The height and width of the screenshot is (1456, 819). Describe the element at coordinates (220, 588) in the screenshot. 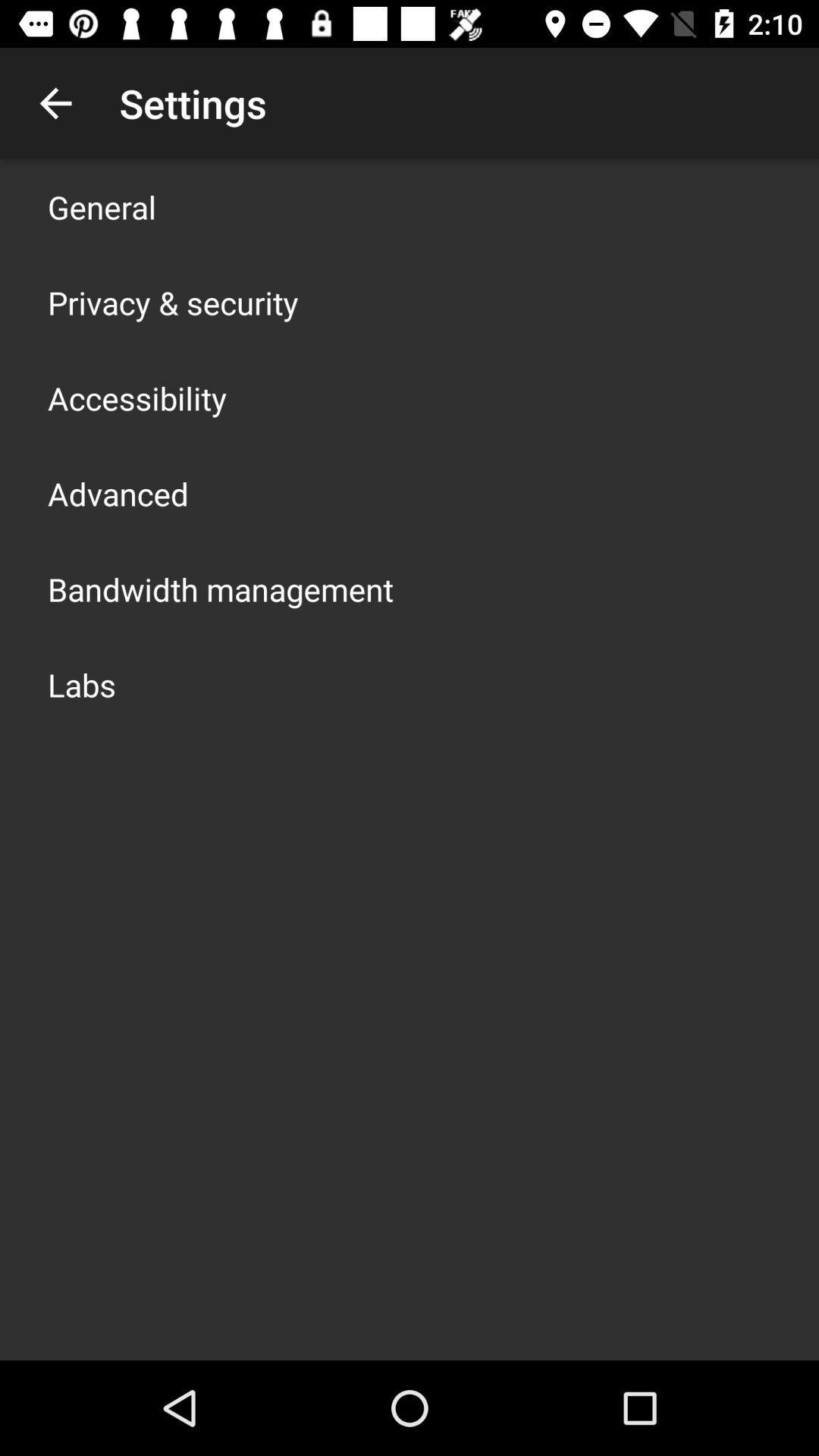

I see `item above labs` at that location.